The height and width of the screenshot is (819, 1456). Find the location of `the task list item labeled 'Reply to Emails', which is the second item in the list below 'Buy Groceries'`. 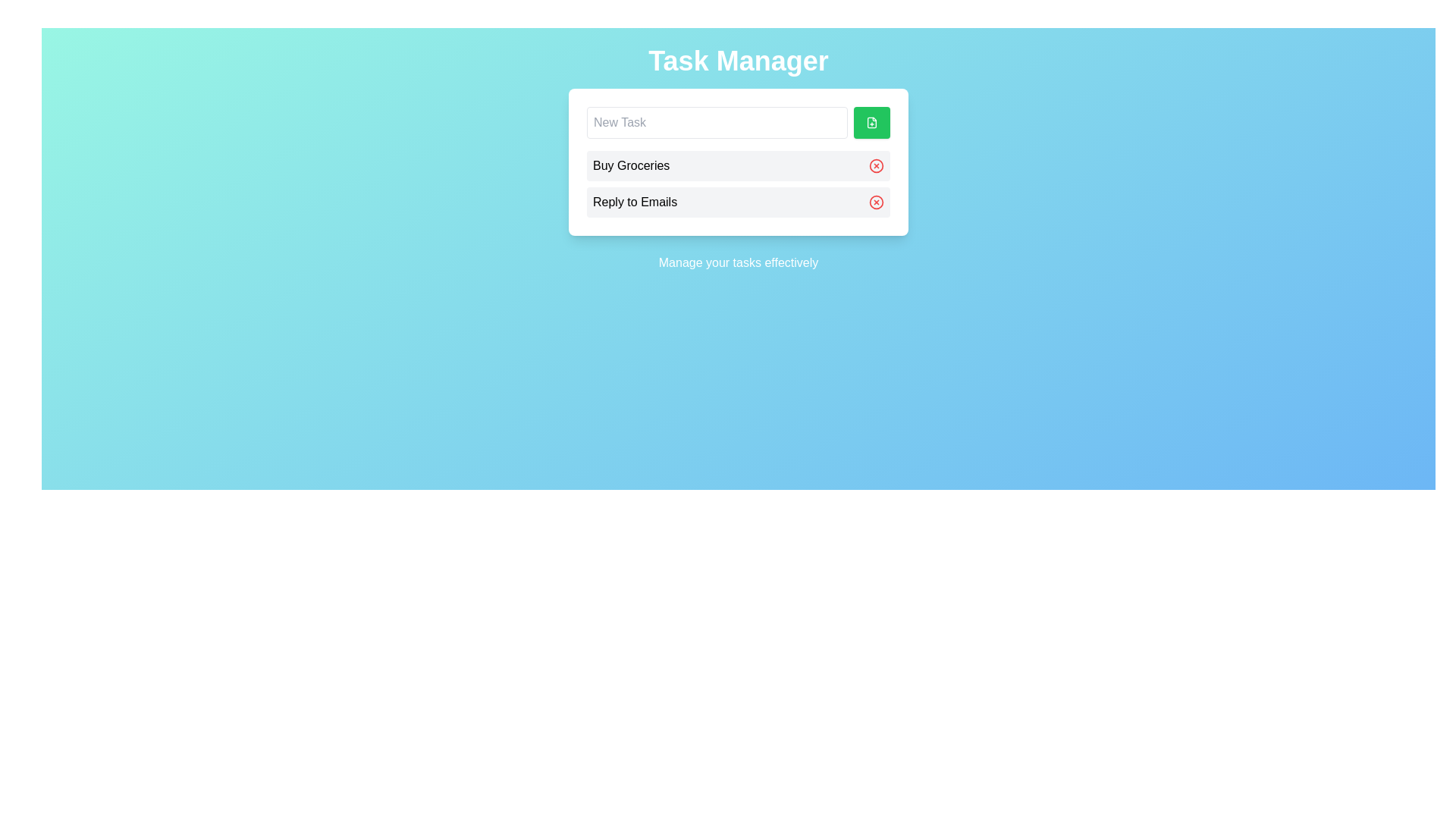

the task list item labeled 'Reply to Emails', which is the second item in the list below 'Buy Groceries' is located at coordinates (739, 201).